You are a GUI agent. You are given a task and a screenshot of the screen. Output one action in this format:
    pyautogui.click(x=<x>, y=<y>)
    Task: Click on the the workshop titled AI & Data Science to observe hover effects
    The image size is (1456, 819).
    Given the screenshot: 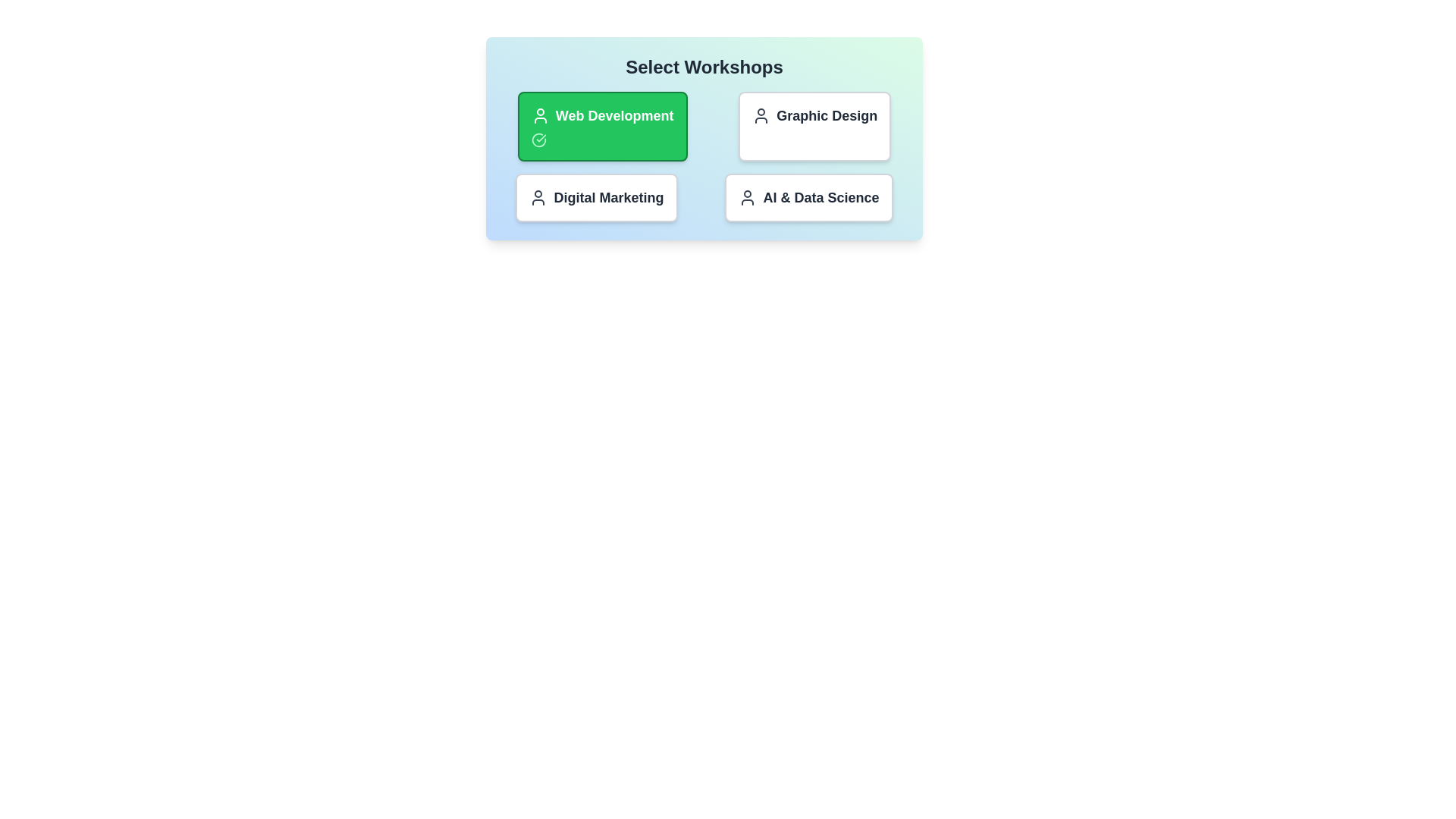 What is the action you would take?
    pyautogui.click(x=808, y=197)
    